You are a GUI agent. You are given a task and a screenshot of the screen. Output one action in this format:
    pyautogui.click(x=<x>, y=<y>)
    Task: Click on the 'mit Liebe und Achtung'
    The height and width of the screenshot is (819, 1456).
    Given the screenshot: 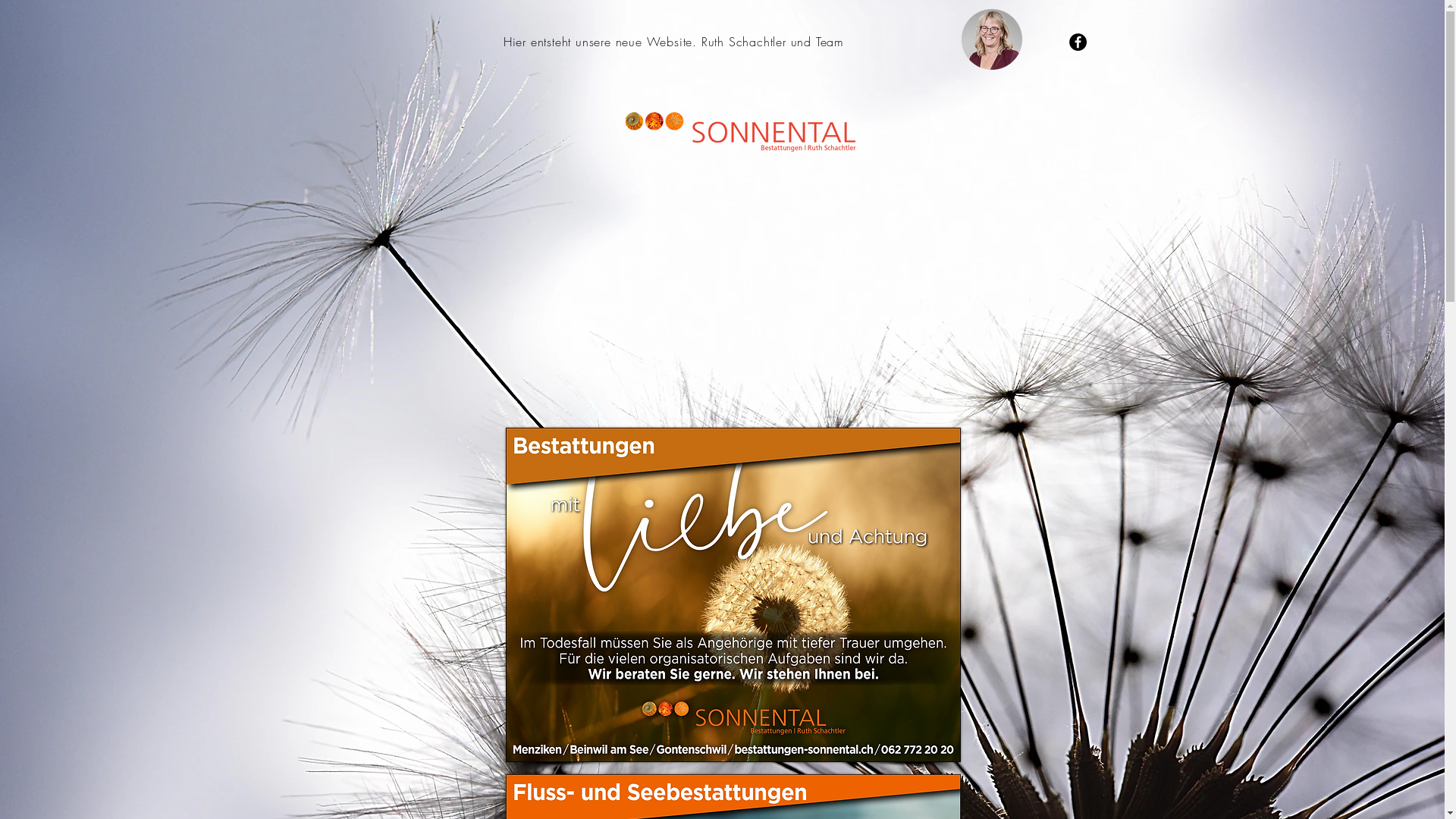 What is the action you would take?
    pyautogui.click(x=732, y=594)
    